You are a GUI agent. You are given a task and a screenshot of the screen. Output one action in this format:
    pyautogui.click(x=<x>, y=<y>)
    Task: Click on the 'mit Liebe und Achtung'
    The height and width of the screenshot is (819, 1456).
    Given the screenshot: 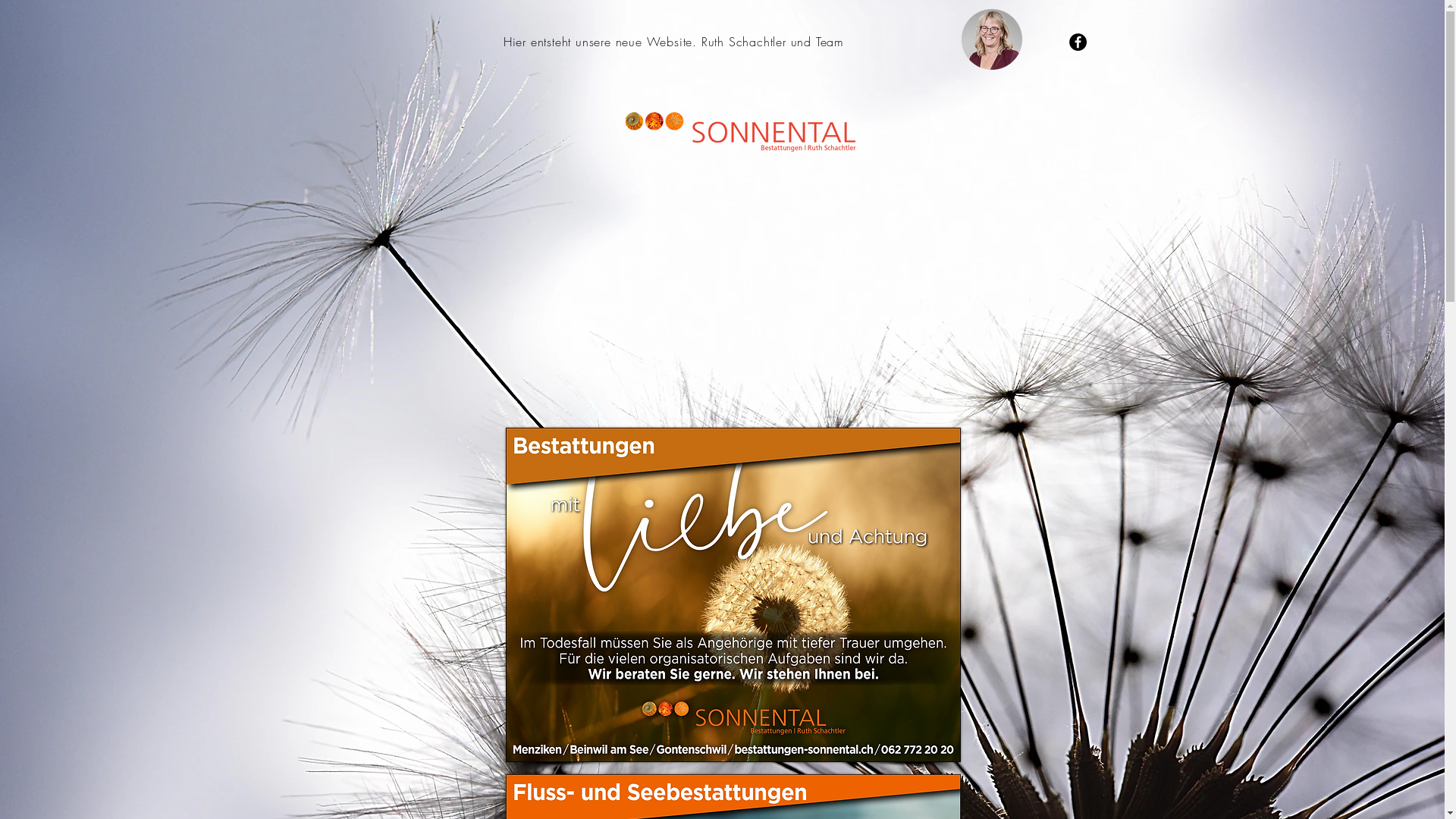 What is the action you would take?
    pyautogui.click(x=732, y=594)
    